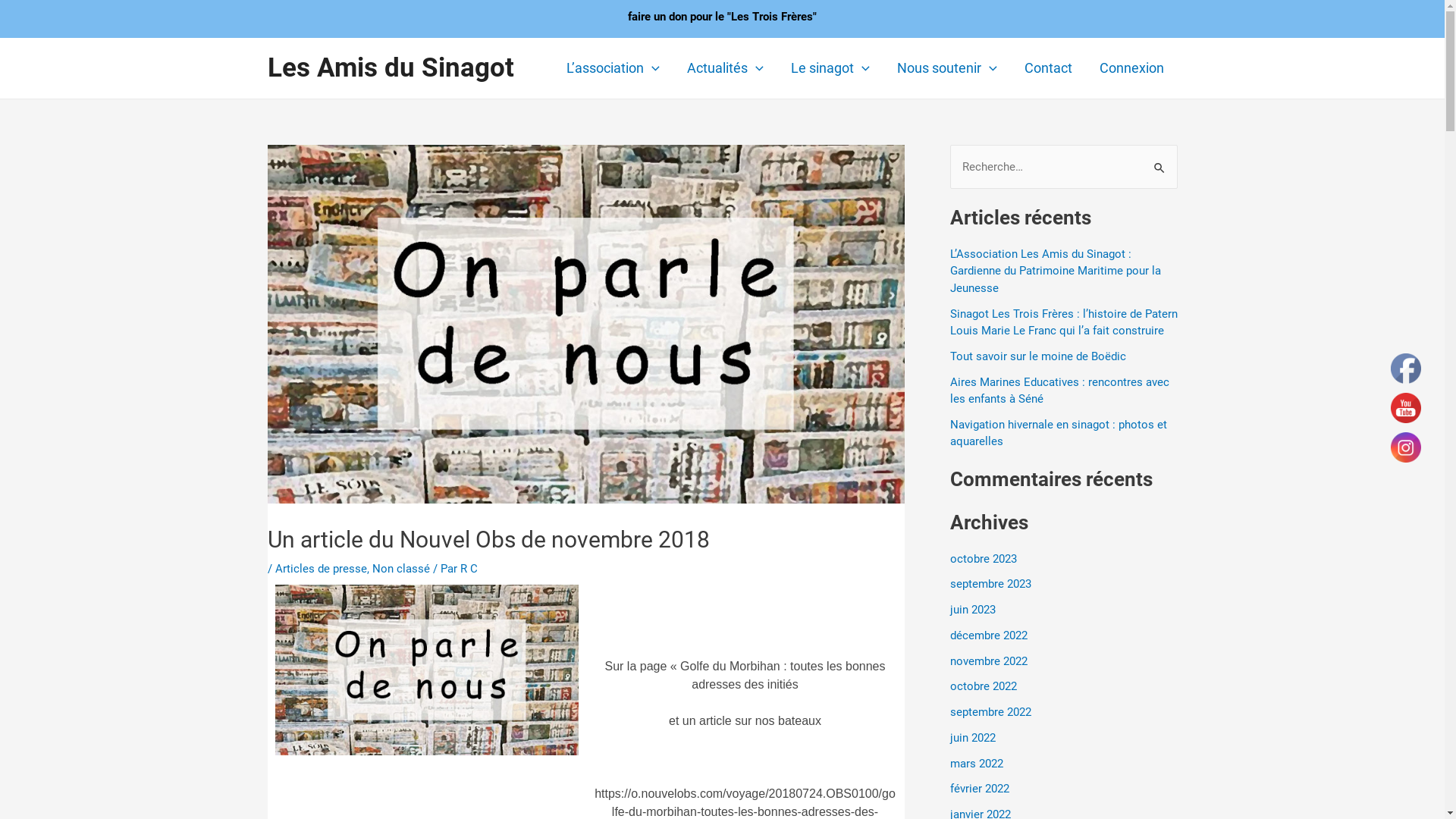  I want to click on 'Connexion', so click(1131, 67).